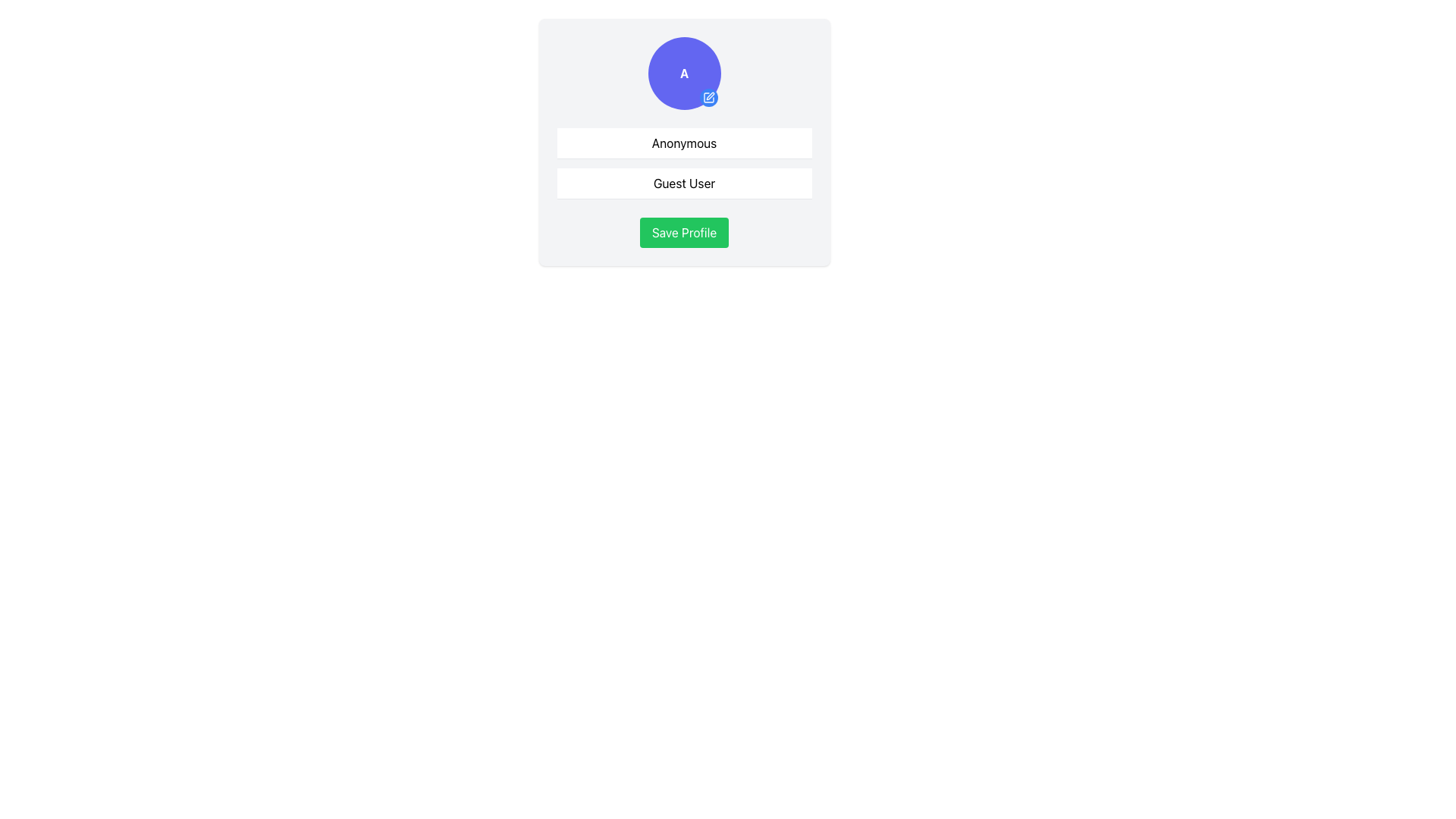 This screenshot has height=819, width=1456. I want to click on the save or submit button located centrally below the text input fields titled 'Anonymous' and 'Guest User', so click(683, 233).